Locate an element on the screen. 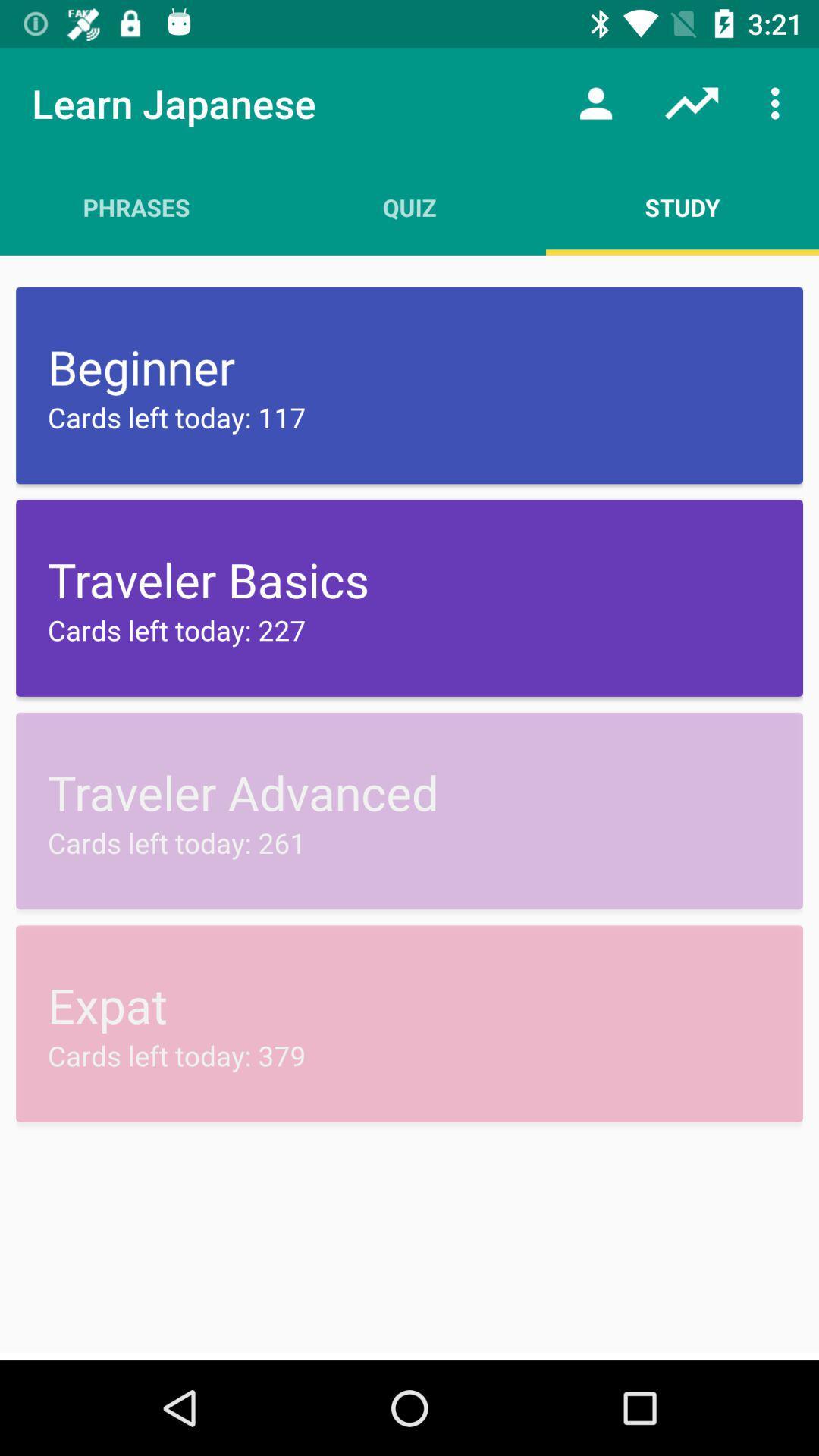 Image resolution: width=819 pixels, height=1456 pixels. item above the beginner icon is located at coordinates (409, 206).